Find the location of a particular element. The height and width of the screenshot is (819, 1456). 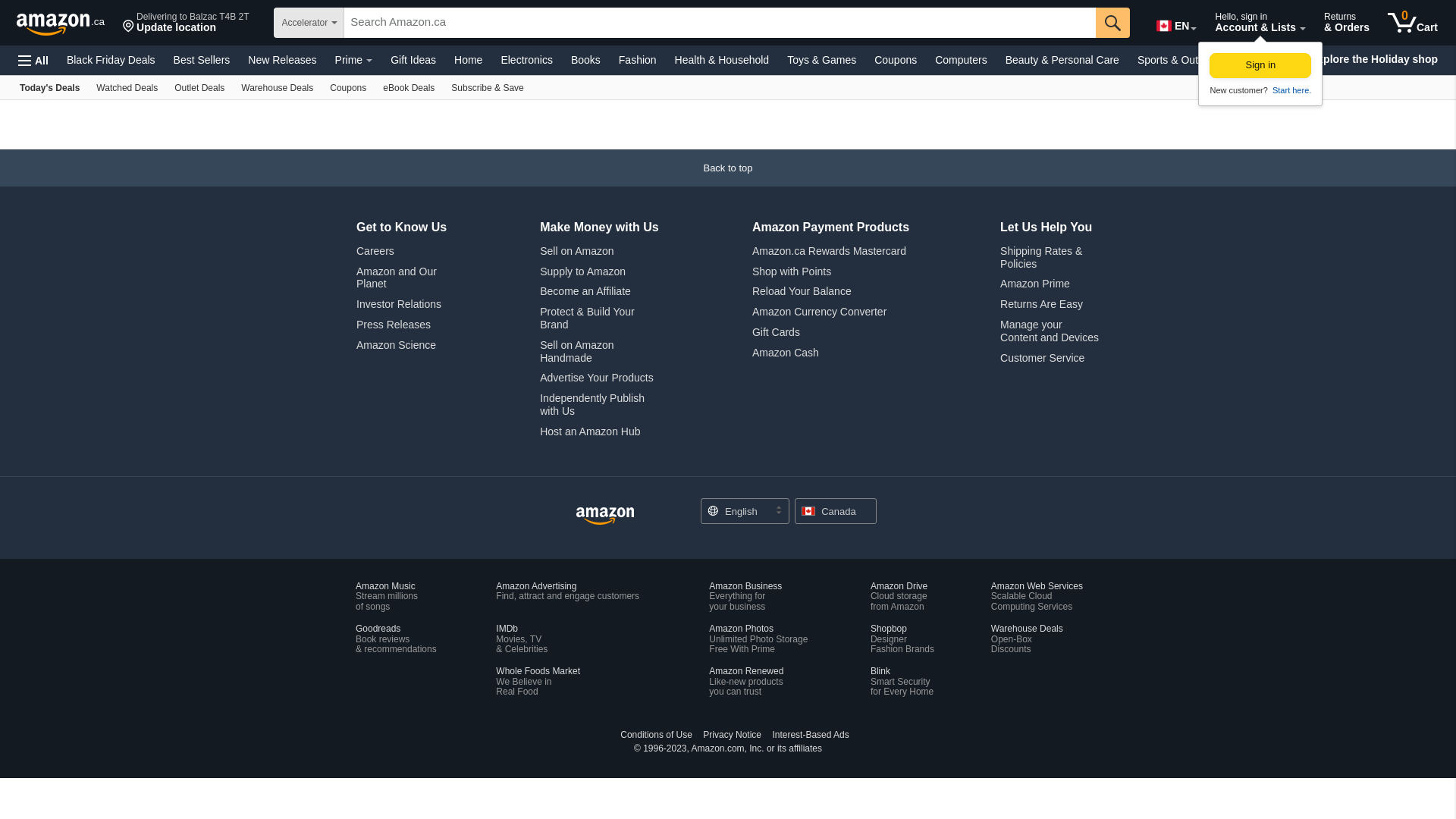

'Amazon Science' is located at coordinates (396, 345).